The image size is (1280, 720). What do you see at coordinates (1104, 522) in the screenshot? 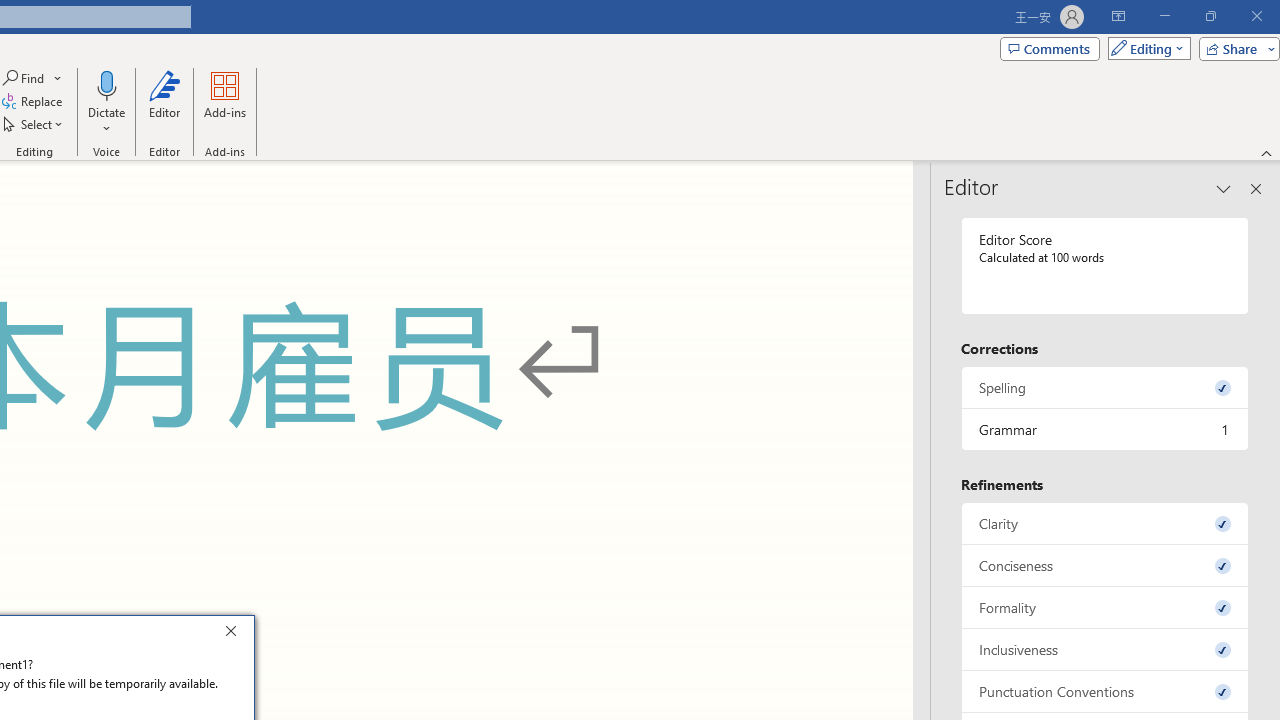
I see `'Clarity, 0 issues. Press space or enter to review items.'` at bounding box center [1104, 522].